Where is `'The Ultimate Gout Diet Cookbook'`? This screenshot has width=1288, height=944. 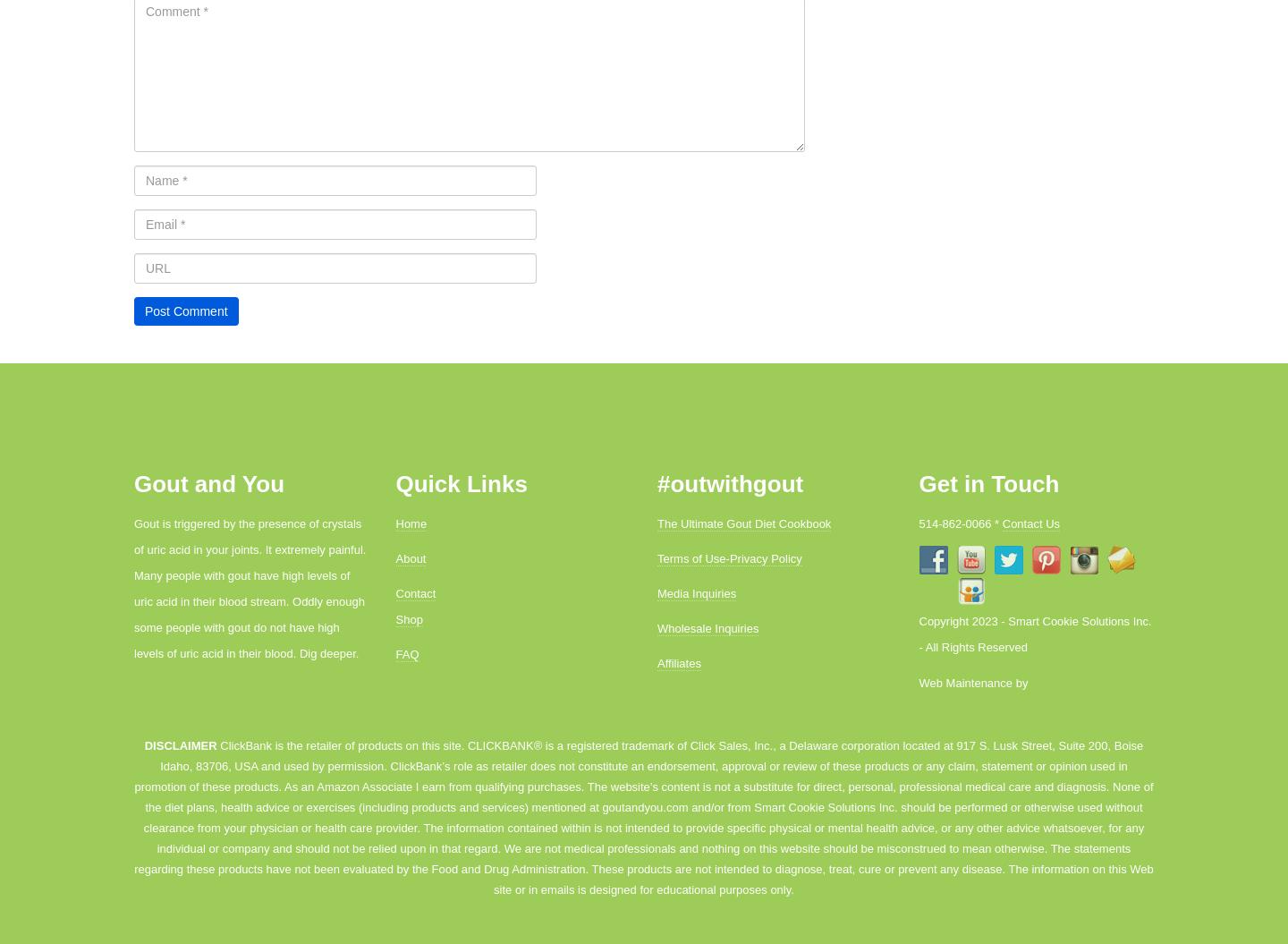
'The Ultimate Gout Diet Cookbook' is located at coordinates (744, 523).